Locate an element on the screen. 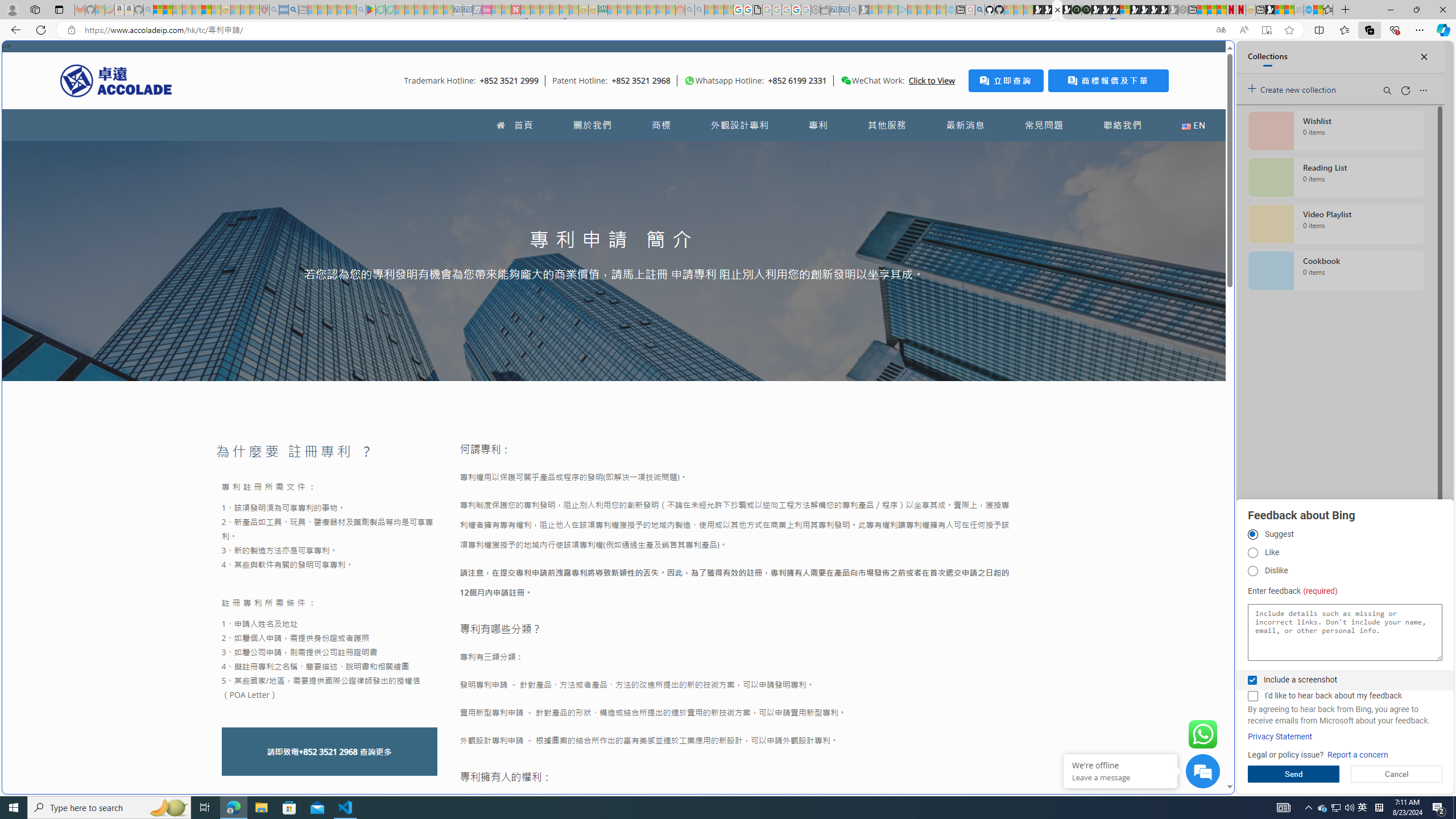 Image resolution: width=1456 pixels, height=819 pixels. 'Send' is located at coordinates (1293, 773).